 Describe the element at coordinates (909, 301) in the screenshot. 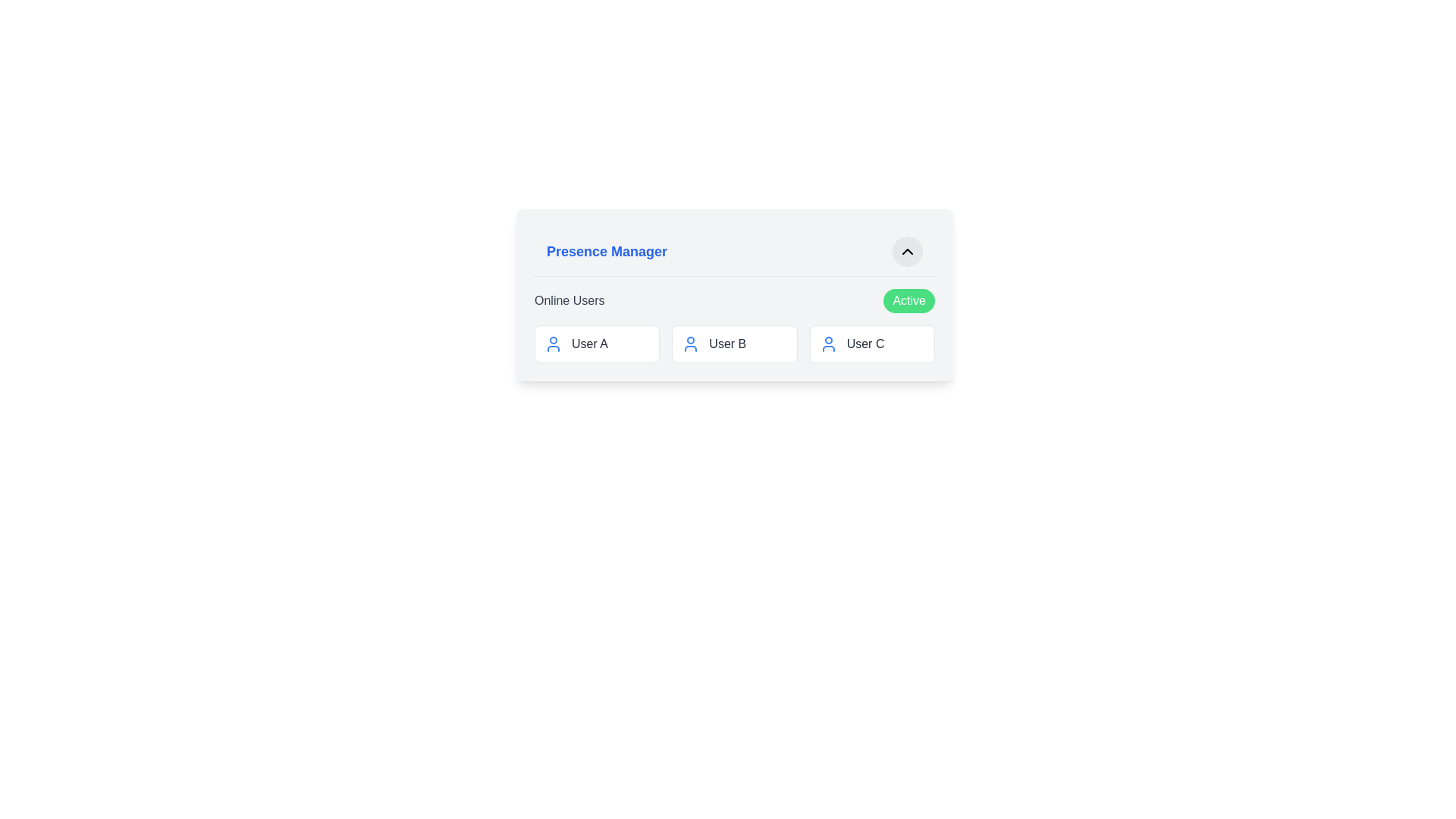

I see `the Status indicator label that conveys an 'Active' state, positioned on the right-hand side of the 'Online Users' text` at that location.